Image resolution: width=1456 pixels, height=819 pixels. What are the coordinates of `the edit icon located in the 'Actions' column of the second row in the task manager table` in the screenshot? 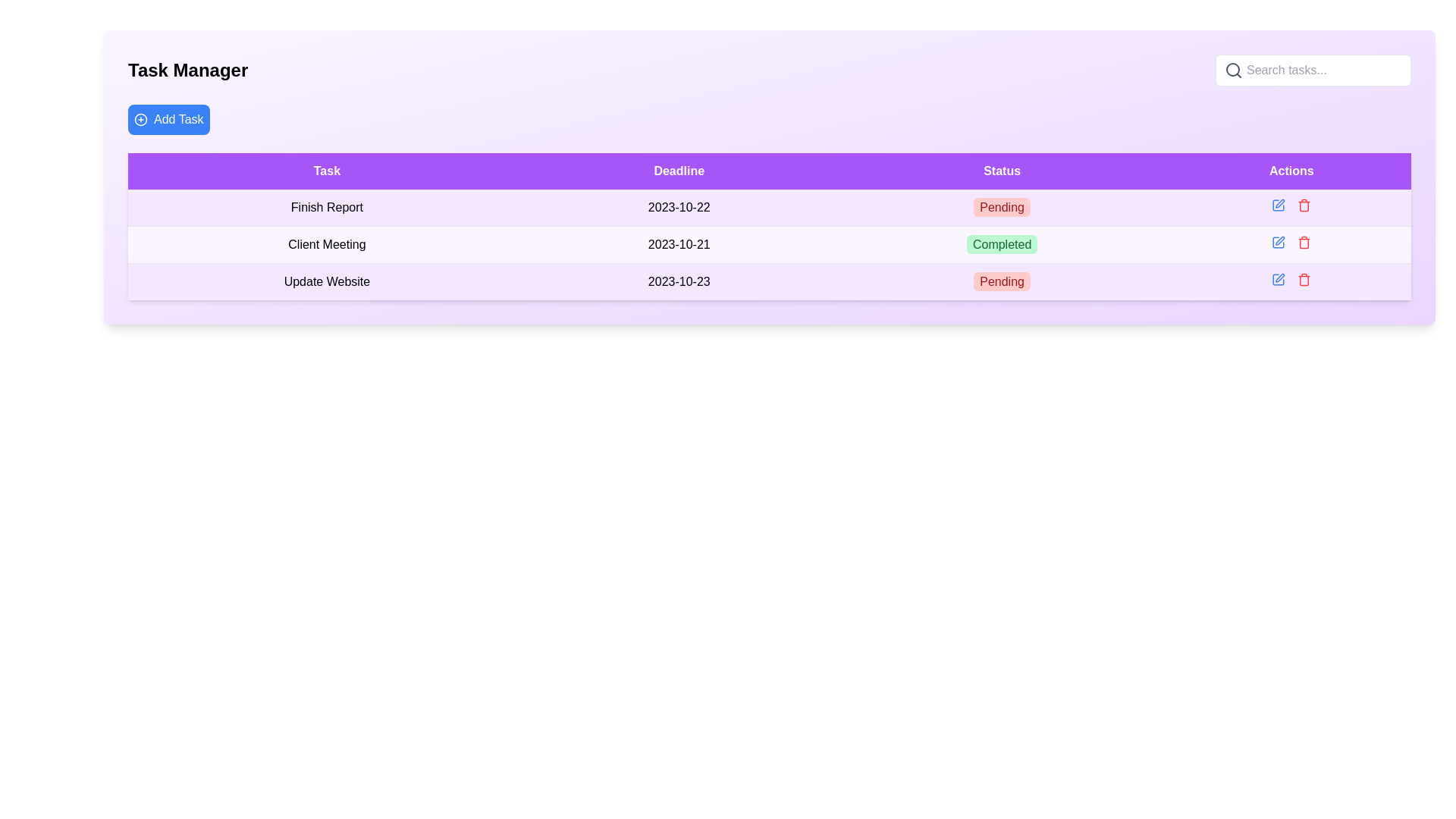 It's located at (1279, 240).